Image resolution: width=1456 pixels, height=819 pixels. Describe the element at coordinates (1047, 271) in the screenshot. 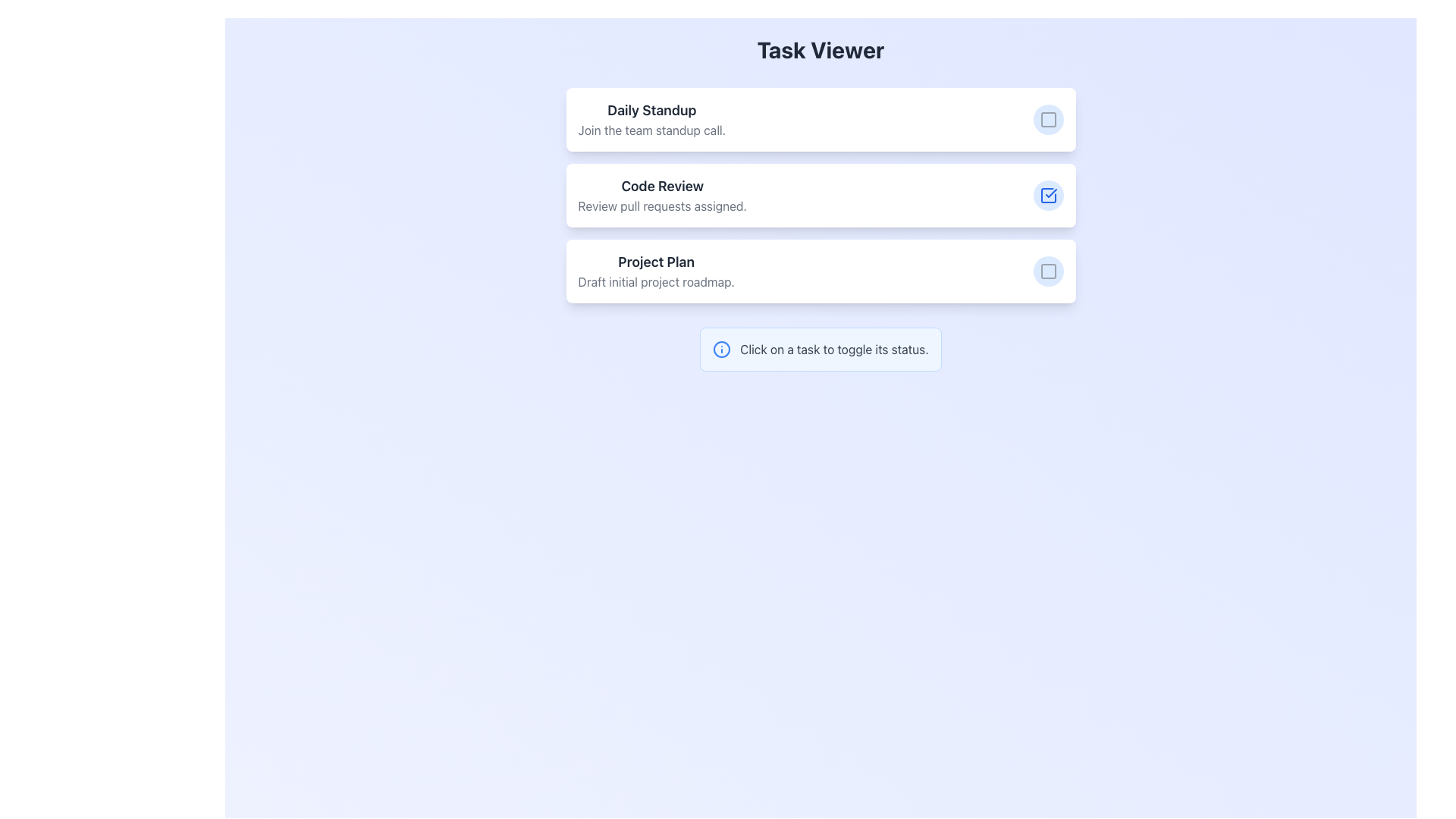

I see `the button located at the far right inside the 'Project Plan' task card` at that location.